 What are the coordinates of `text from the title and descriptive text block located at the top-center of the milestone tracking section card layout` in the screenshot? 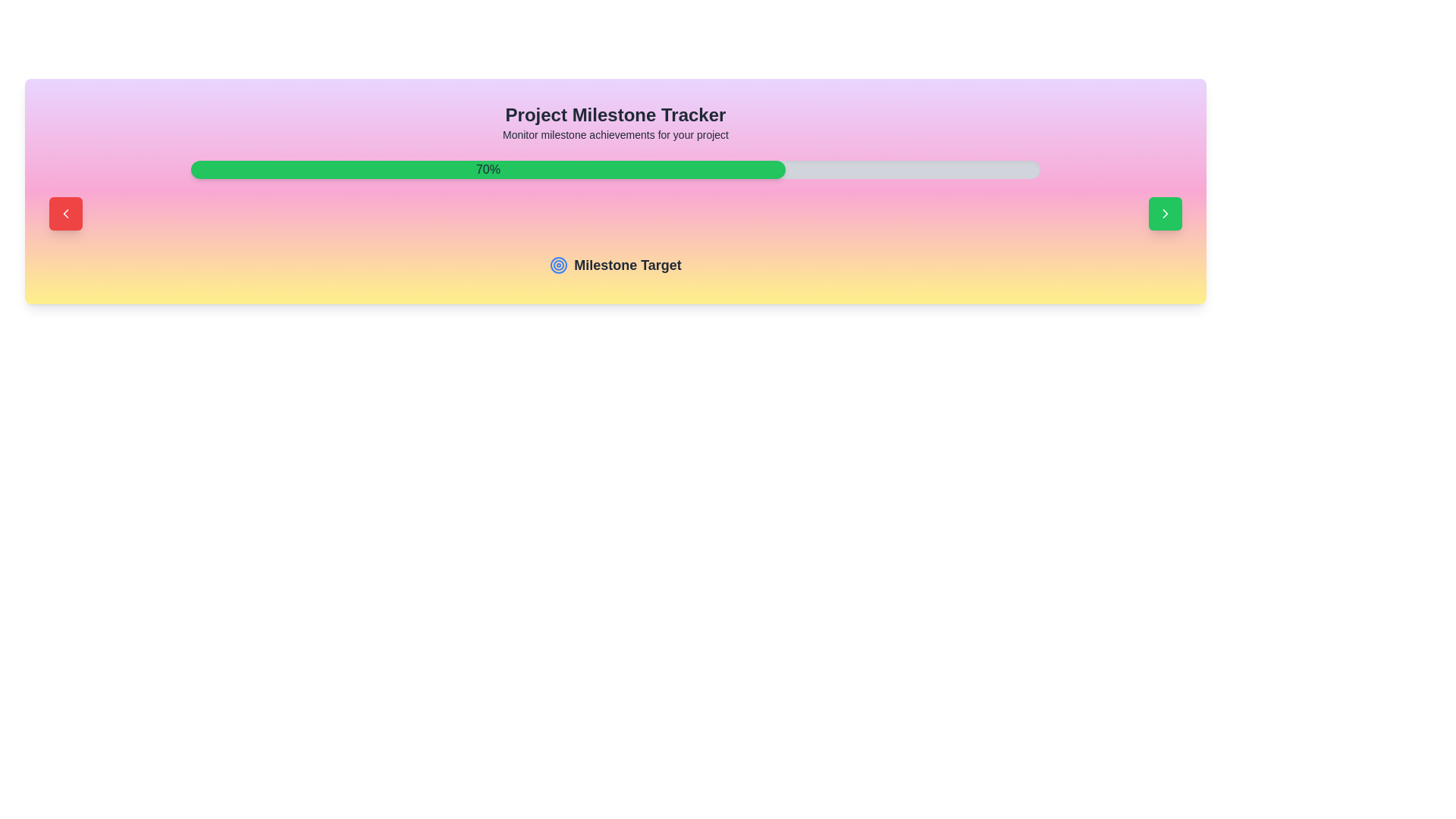 It's located at (615, 122).